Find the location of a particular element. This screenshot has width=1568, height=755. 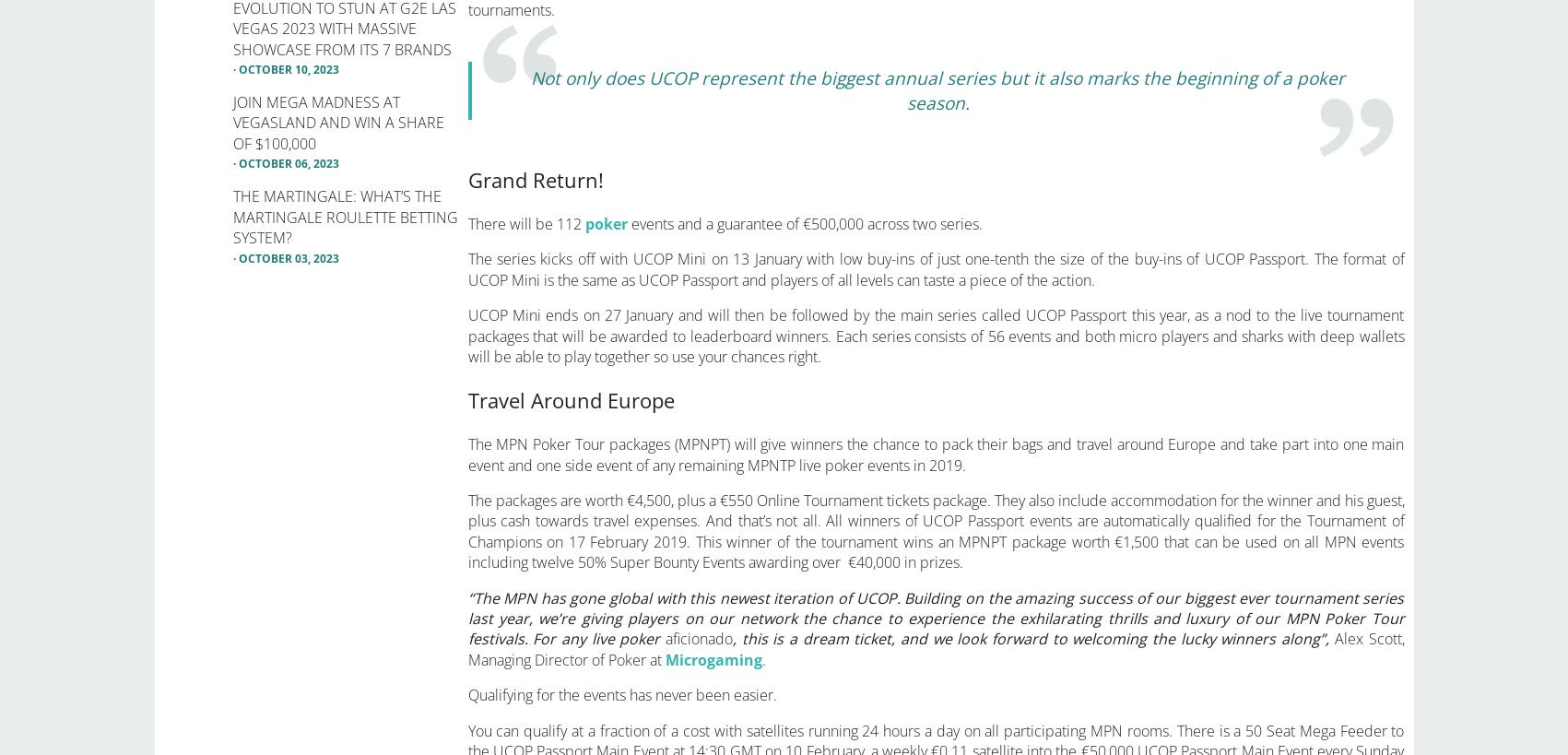

'The MPN Poker Tour packages (MPNPT) will give winners the chance to pack their bags and travel around Europe and take part into one main event and one side event of any remaining MPNTP live poker events in 2019.' is located at coordinates (935, 454).